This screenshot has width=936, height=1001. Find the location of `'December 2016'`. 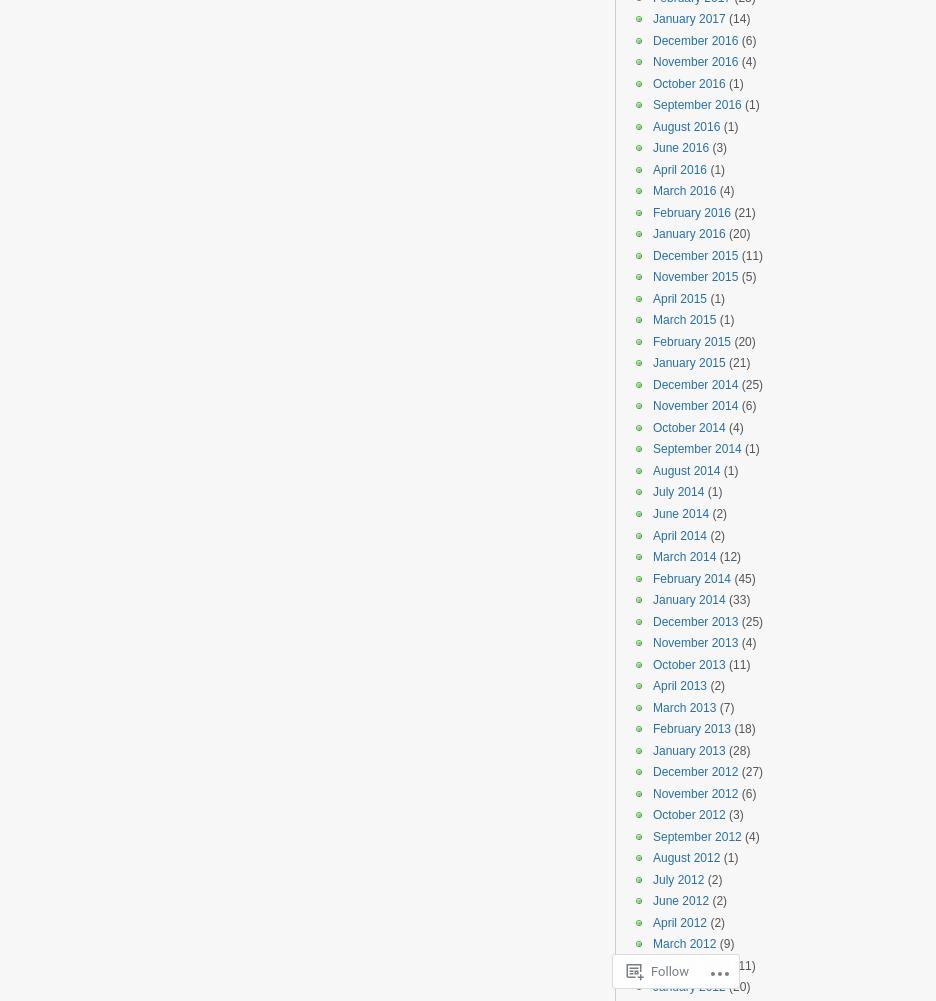

'December 2016' is located at coordinates (695, 40).